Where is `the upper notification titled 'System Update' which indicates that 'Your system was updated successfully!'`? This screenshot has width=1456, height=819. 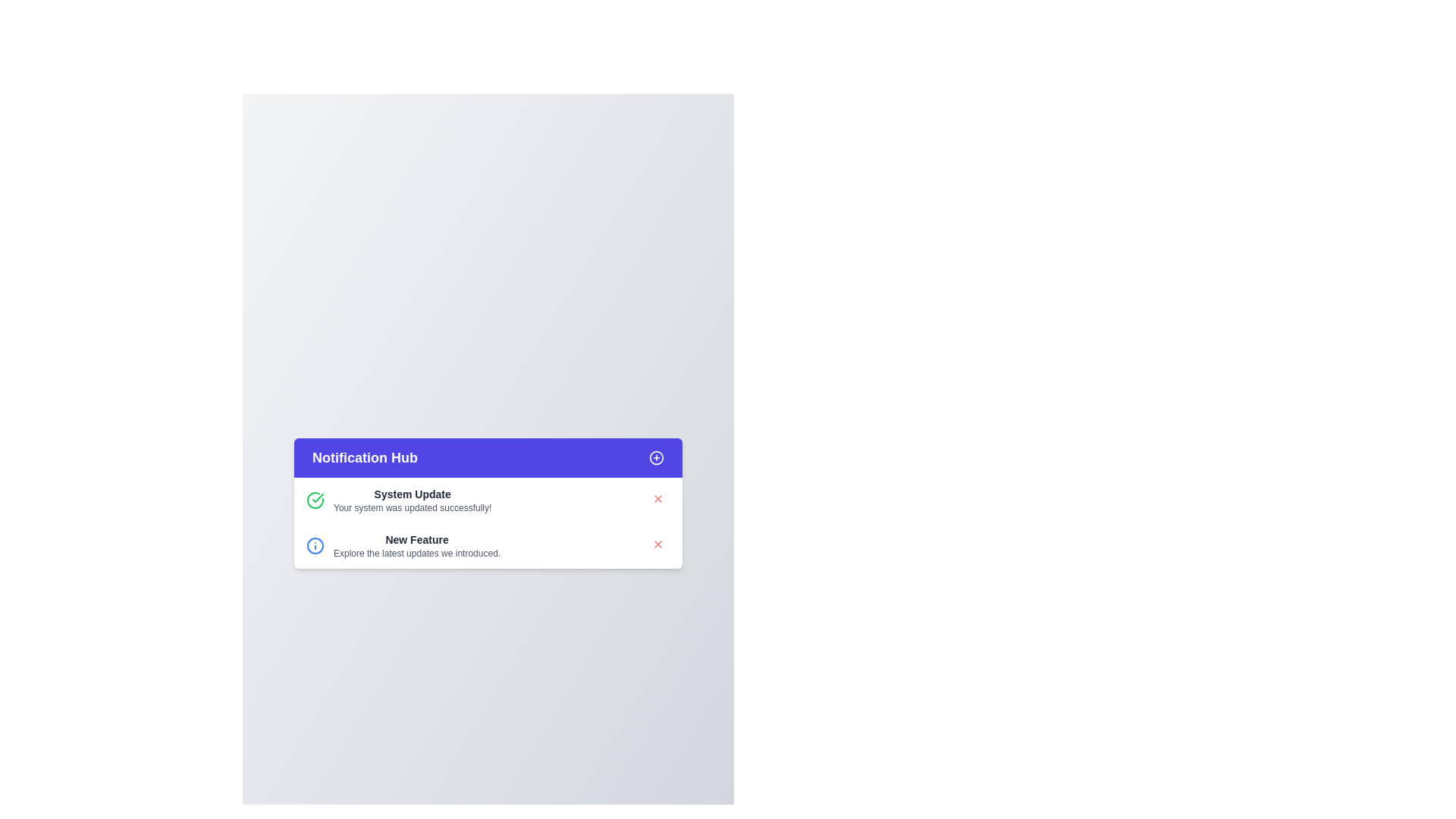
the upper notification titled 'System Update' which indicates that 'Your system was updated successfully!' is located at coordinates (399, 500).